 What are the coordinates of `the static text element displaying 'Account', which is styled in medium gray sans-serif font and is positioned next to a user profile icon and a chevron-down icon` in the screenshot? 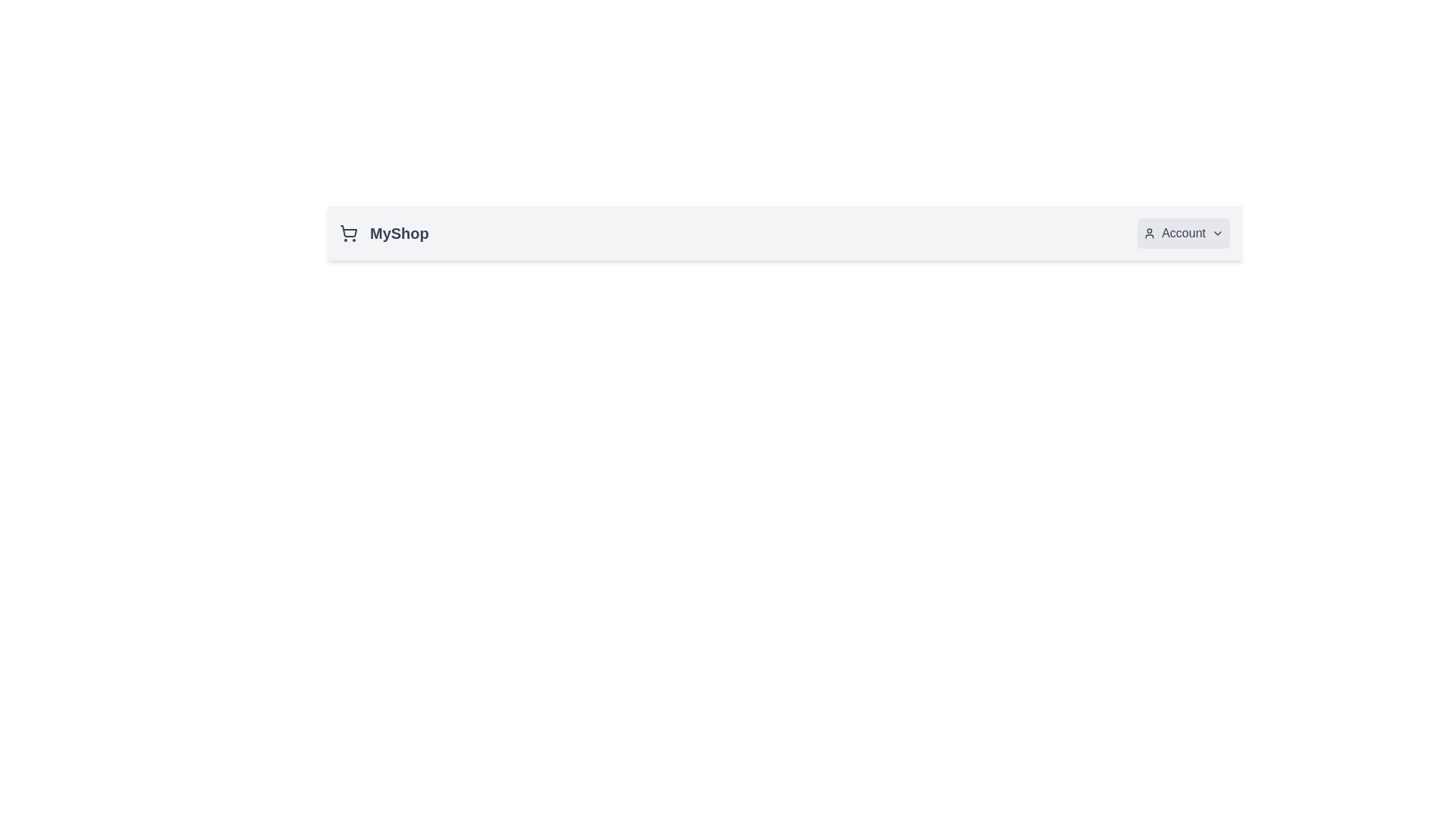 It's located at (1183, 234).